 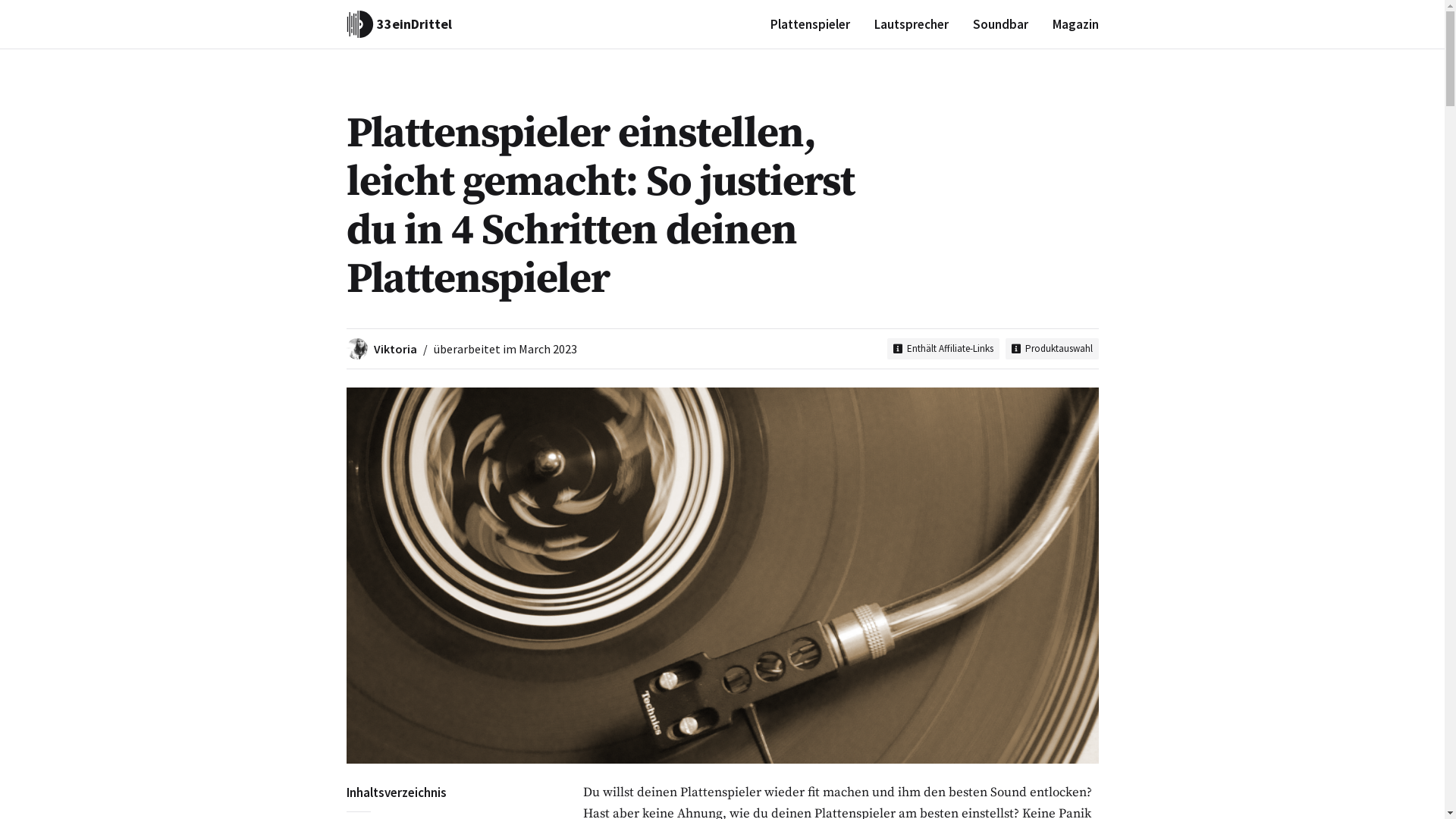 I want to click on 'Produktauswahl', so click(x=1051, y=348).